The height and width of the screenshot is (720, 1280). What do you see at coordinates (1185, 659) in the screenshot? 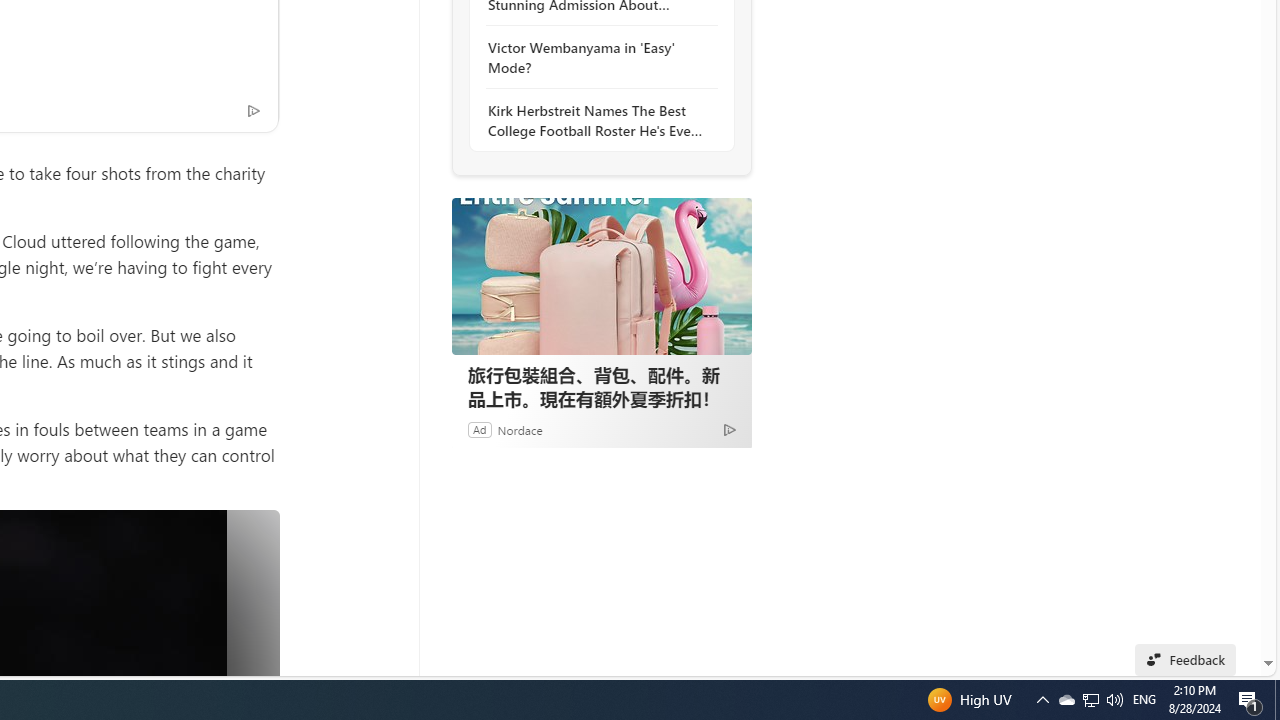
I see `'Feedback'` at bounding box center [1185, 659].